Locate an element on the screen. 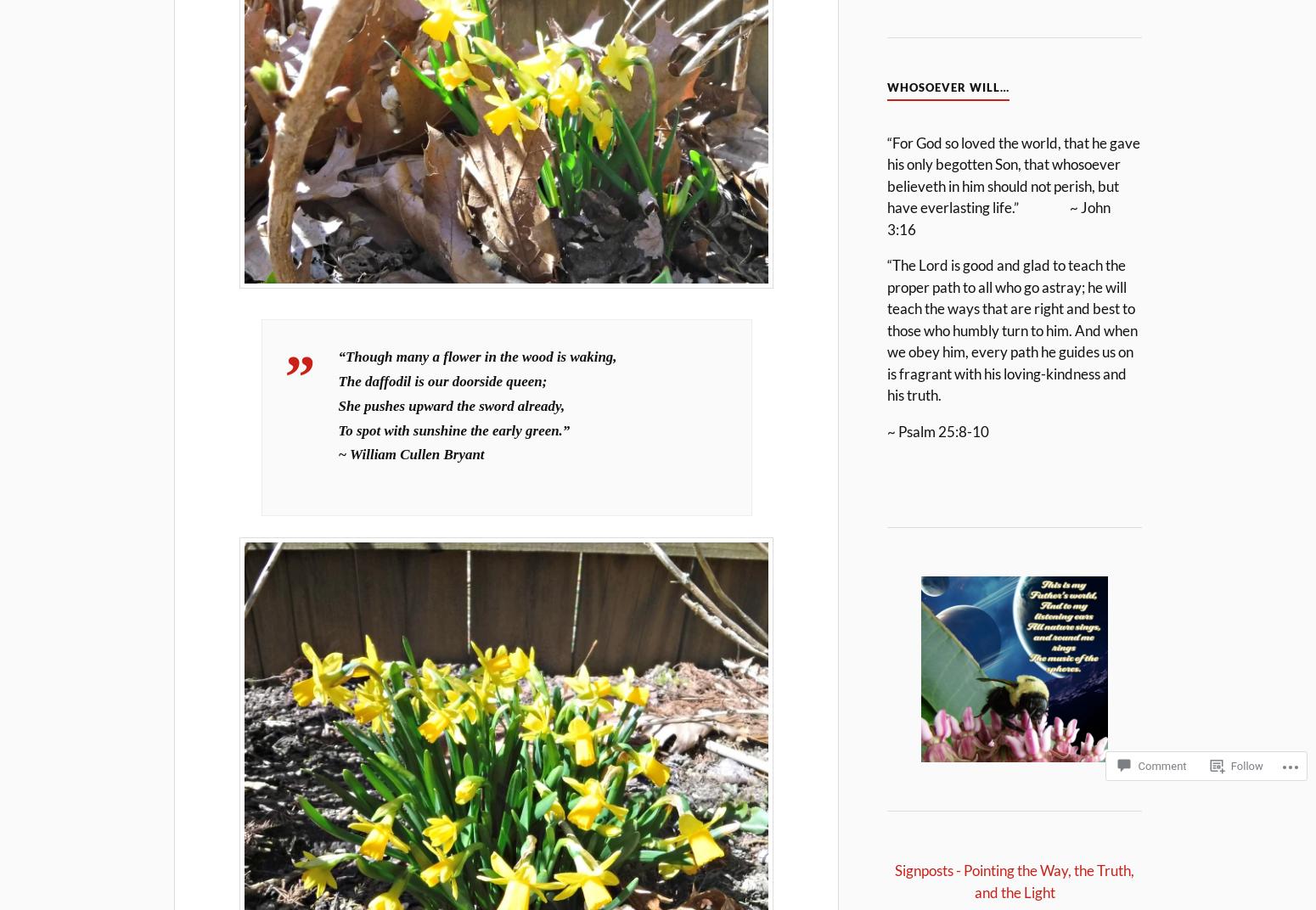 This screenshot has height=910, width=1316. 'Whosoever Will…' is located at coordinates (887, 86).